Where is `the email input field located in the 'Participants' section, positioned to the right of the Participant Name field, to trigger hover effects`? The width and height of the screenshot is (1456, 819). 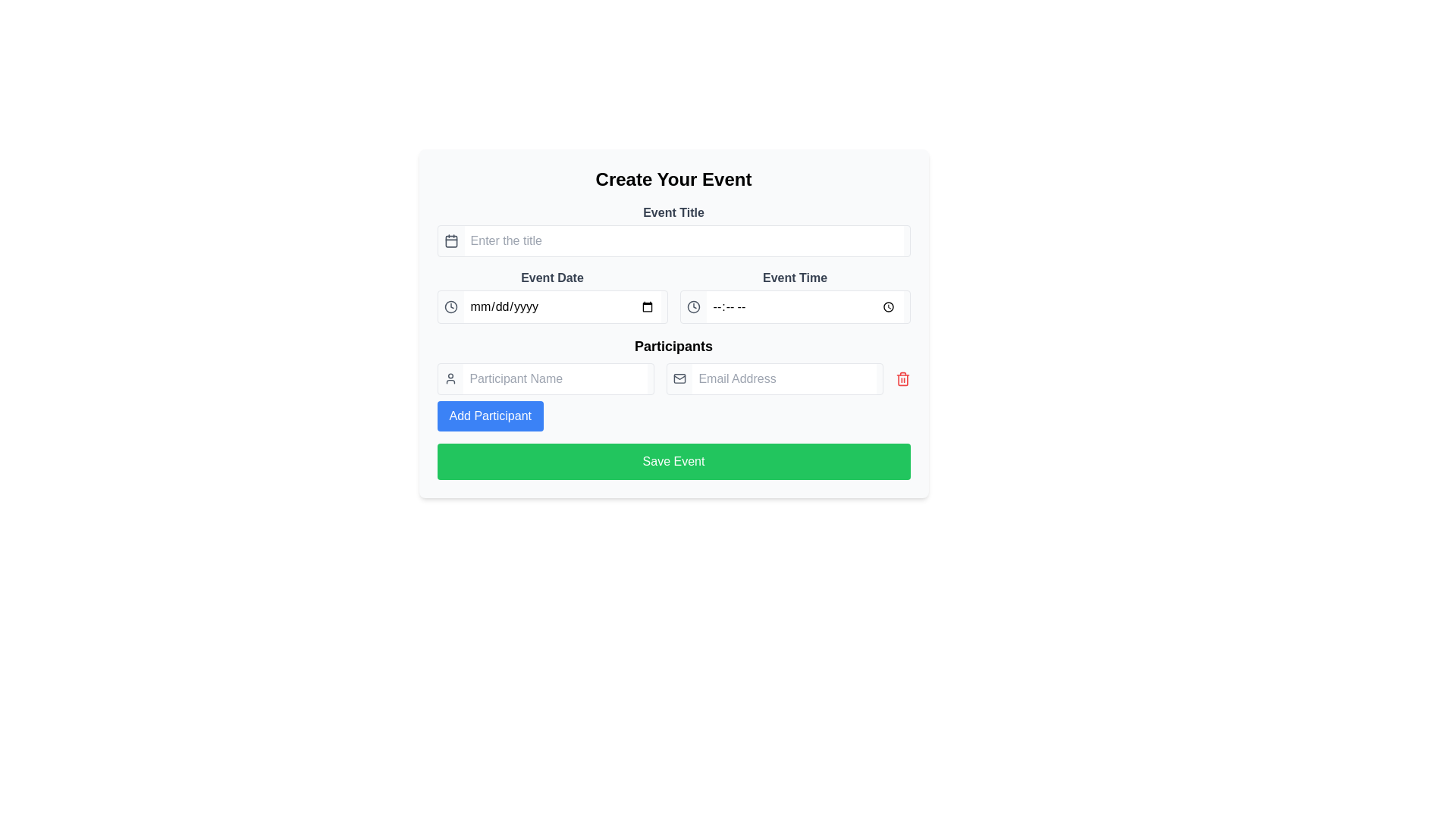 the email input field located in the 'Participants' section, positioned to the right of the Participant Name field, to trigger hover effects is located at coordinates (774, 378).